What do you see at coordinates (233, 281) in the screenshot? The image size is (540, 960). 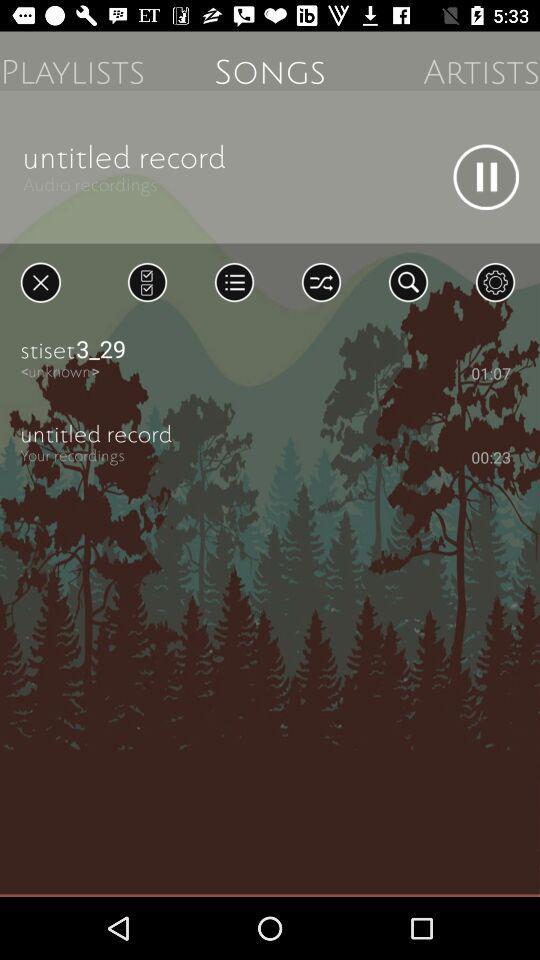 I see `menu` at bounding box center [233, 281].